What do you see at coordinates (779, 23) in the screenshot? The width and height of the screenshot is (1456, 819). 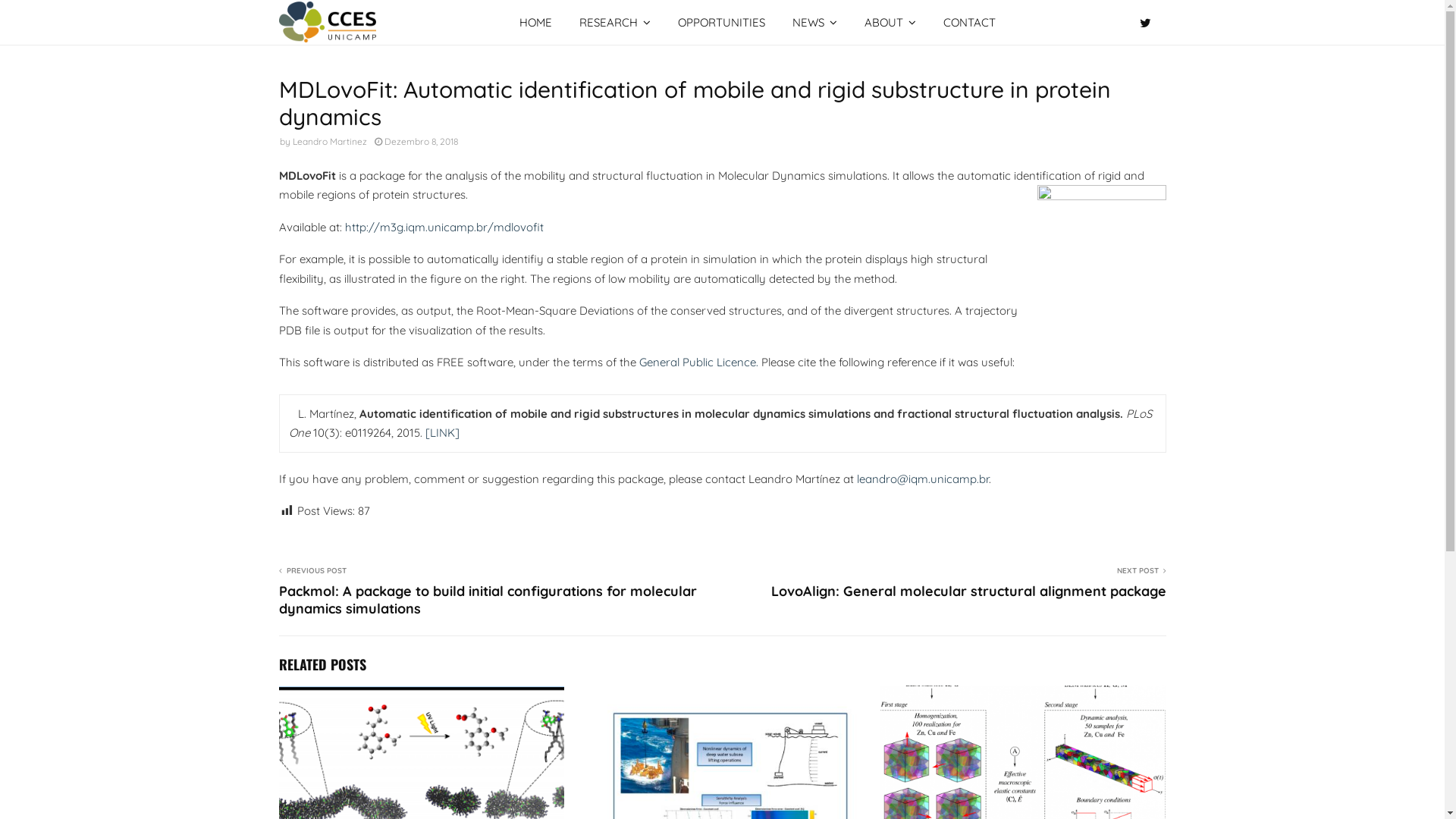 I see `'NEWS'` at bounding box center [779, 23].